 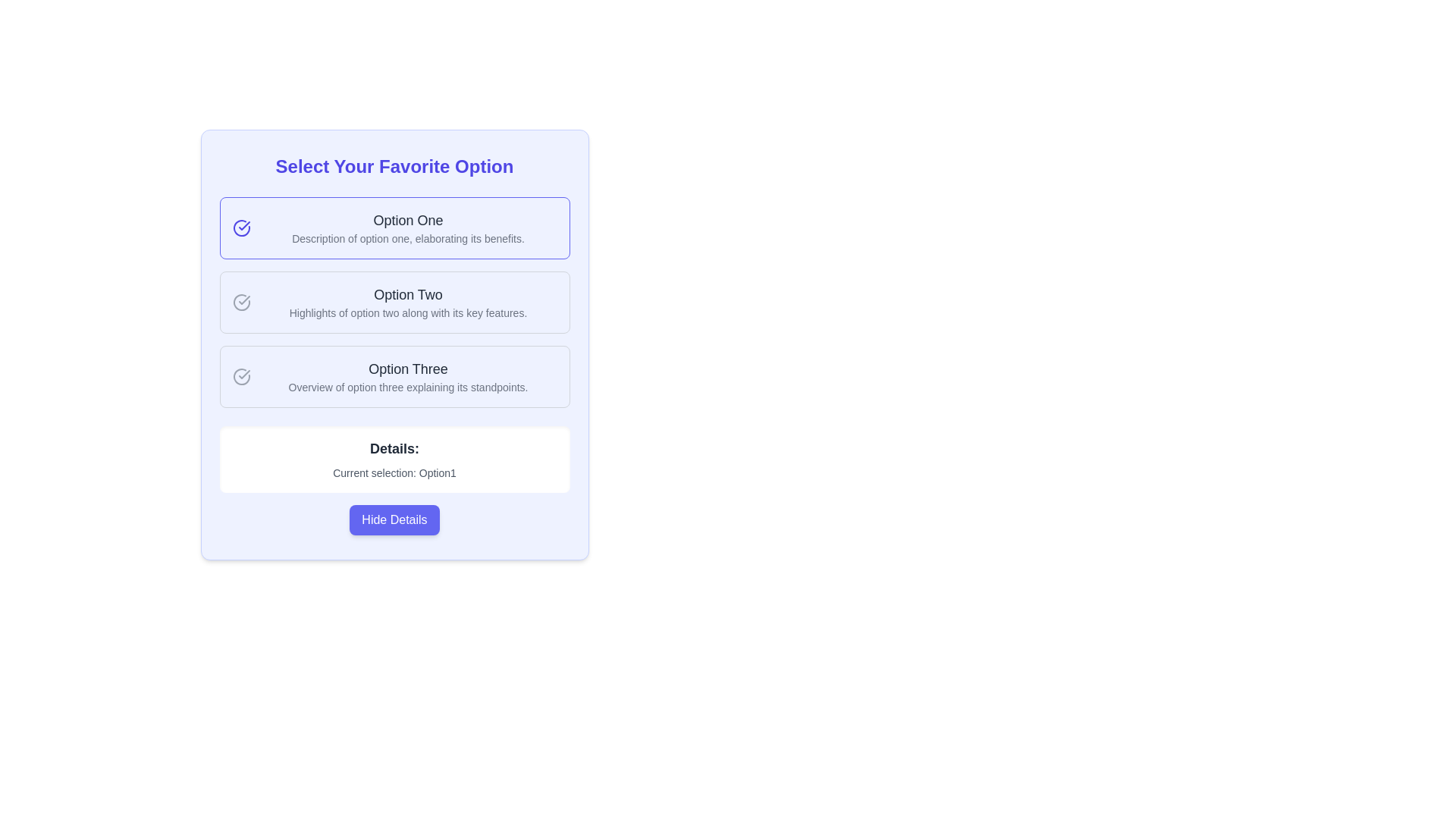 What do you see at coordinates (394, 519) in the screenshot?
I see `the prominently styled button with rounded corners, blue background, and white text reading 'Hide Details'` at bounding box center [394, 519].